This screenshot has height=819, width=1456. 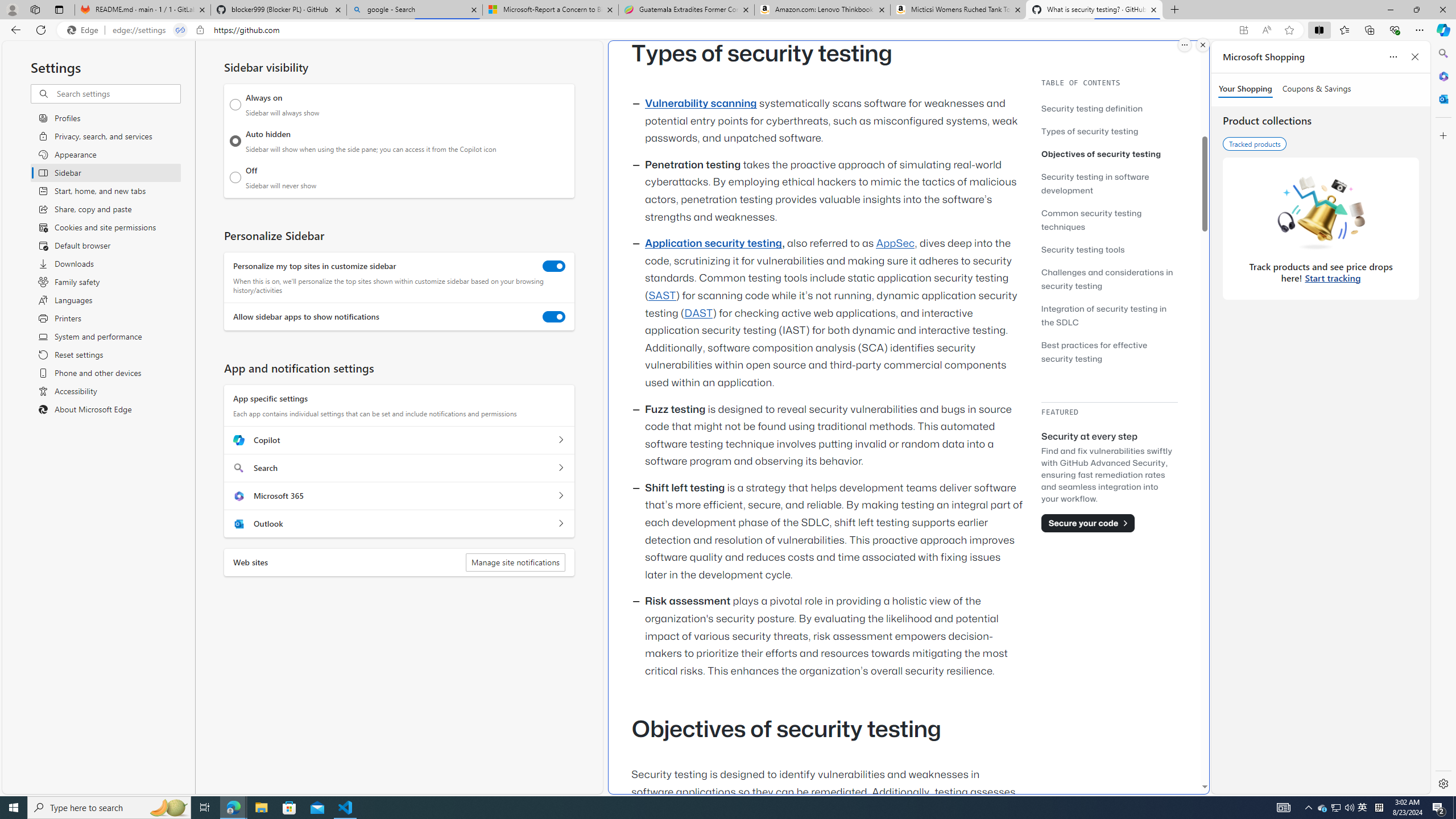 I want to click on 'More options.', so click(x=1184, y=44).